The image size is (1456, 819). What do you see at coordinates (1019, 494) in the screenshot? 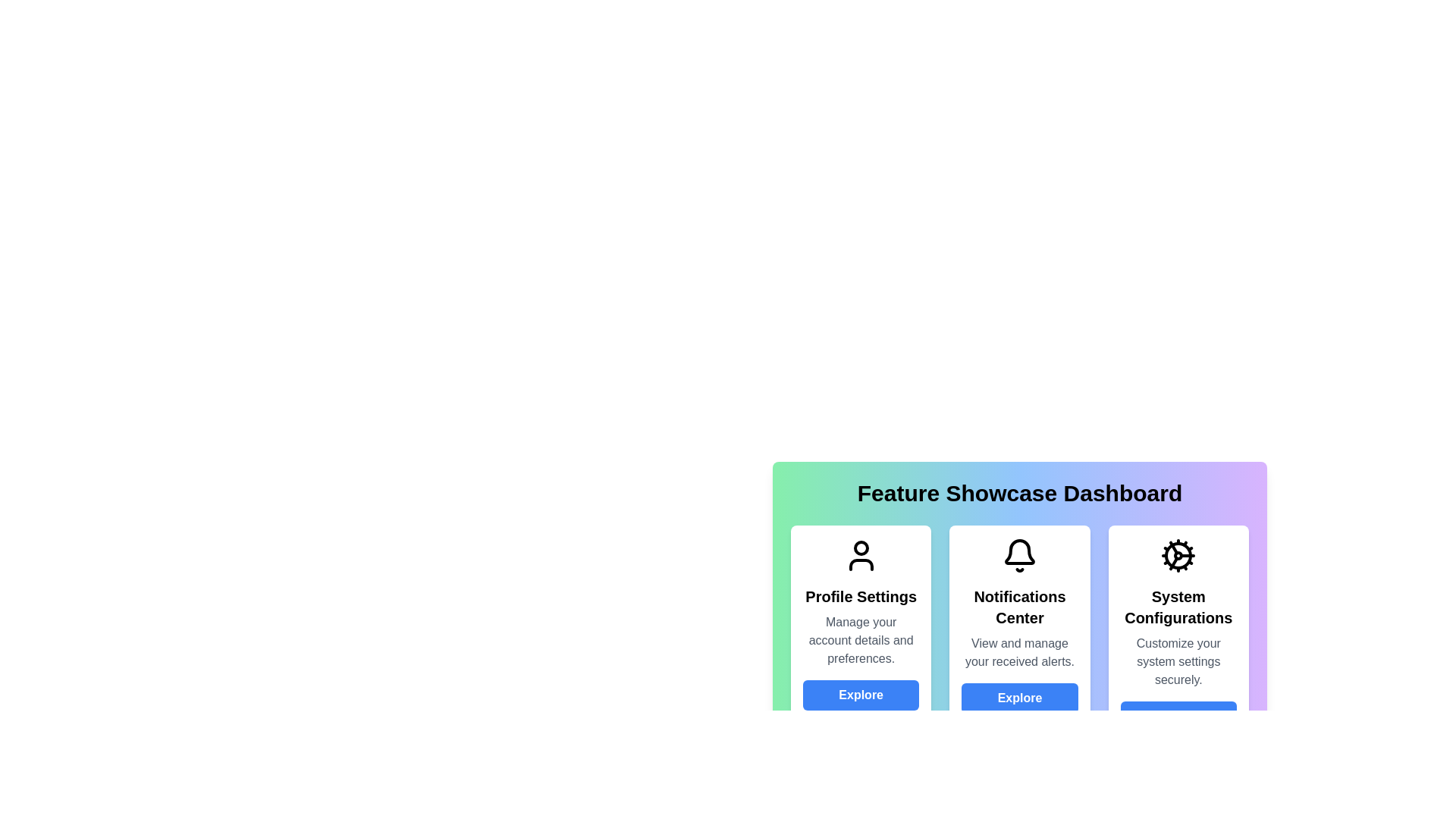
I see `text element displaying 'Feature Showcase Dashboard' which is styled in bold and large font, centered with a gradient background` at bounding box center [1019, 494].